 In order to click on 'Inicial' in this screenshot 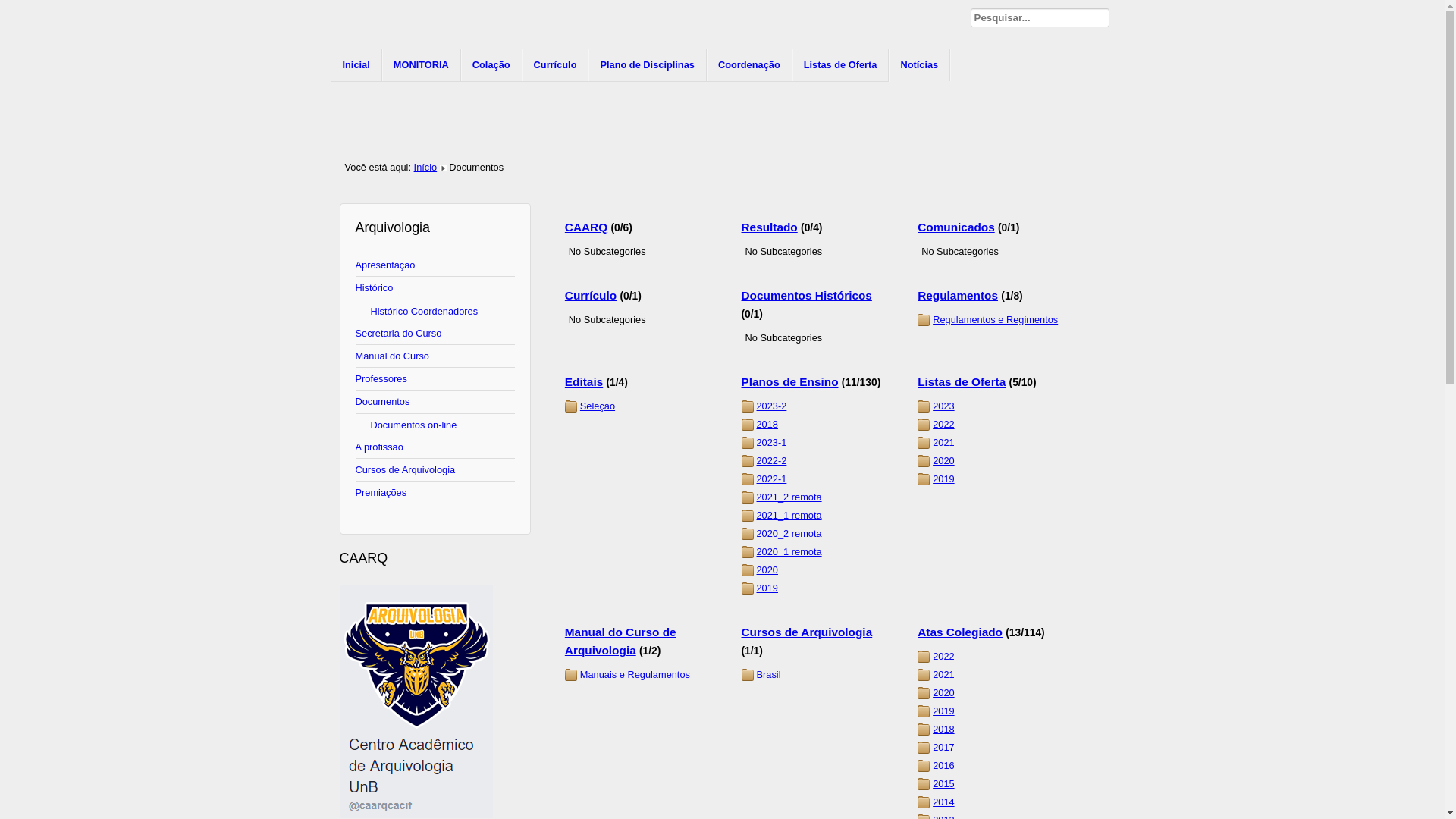, I will do `click(355, 64)`.